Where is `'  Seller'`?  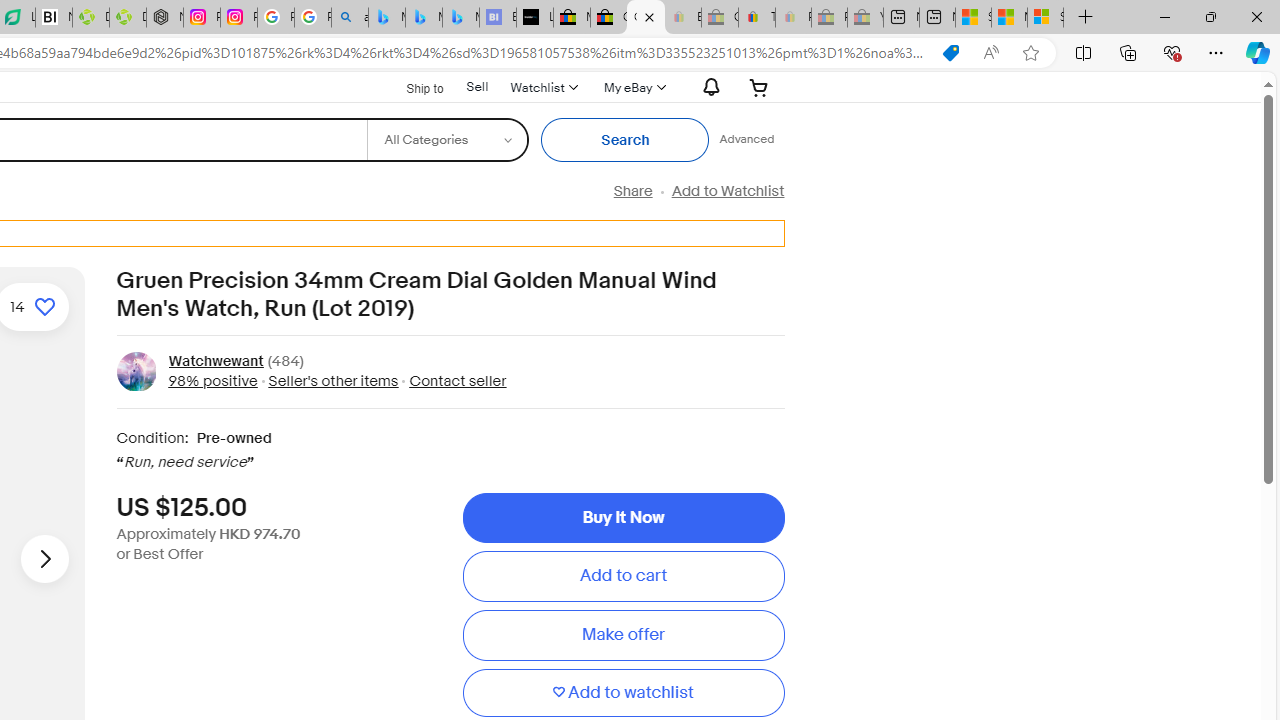 '  Seller' is located at coordinates (328, 380).